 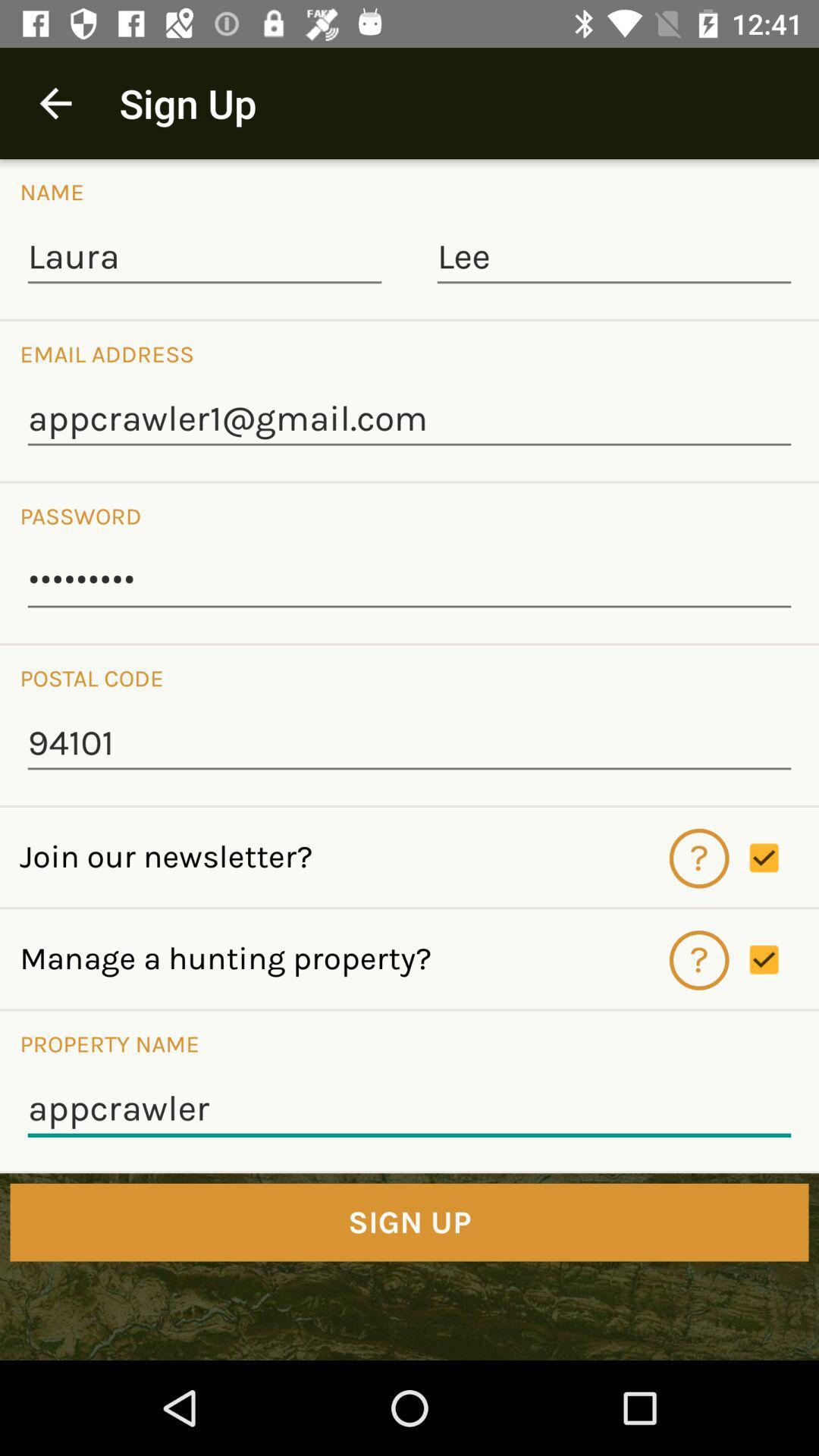 What do you see at coordinates (783, 858) in the screenshot?
I see `option filled` at bounding box center [783, 858].